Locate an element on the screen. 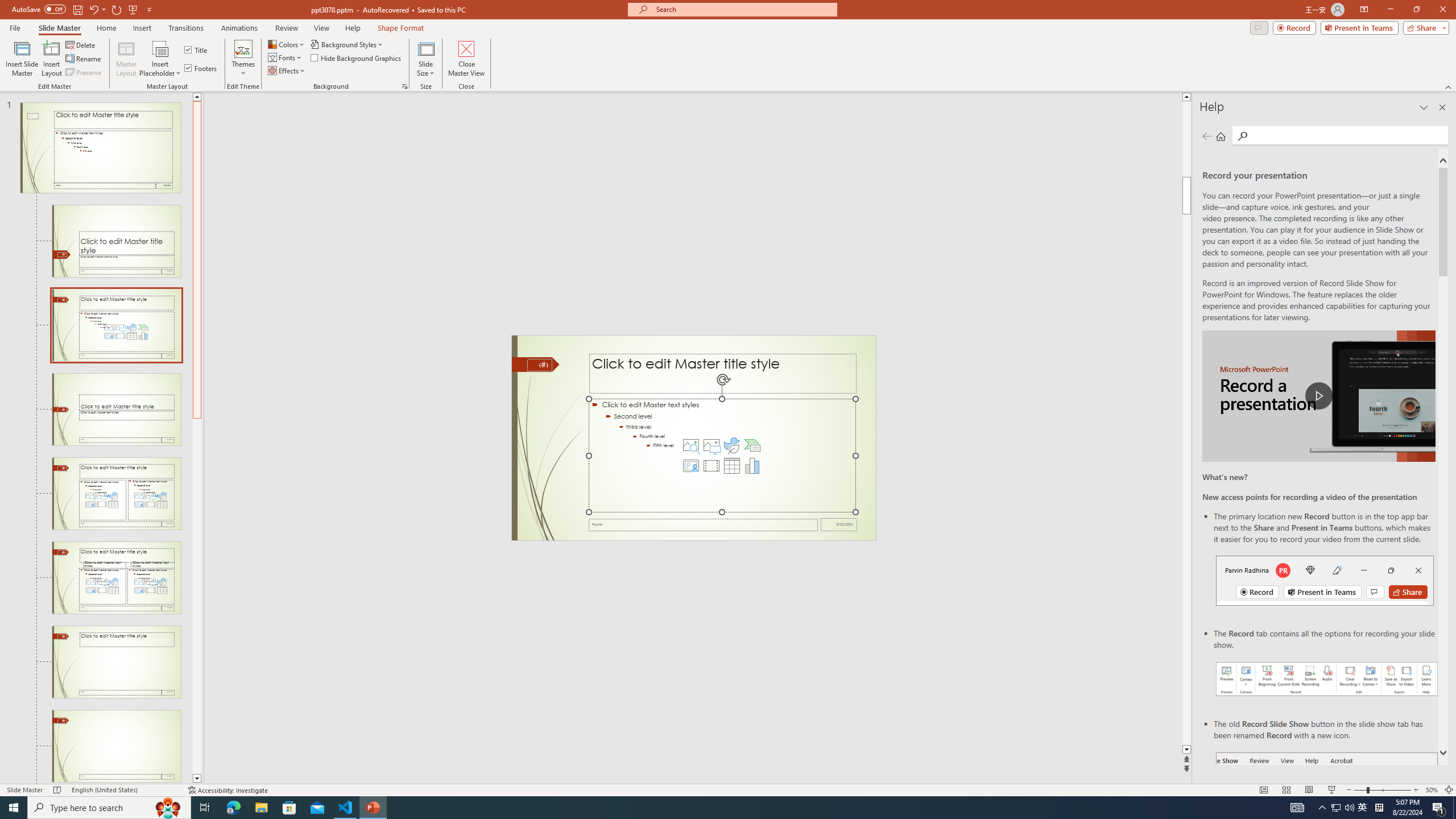 This screenshot has width=1456, height=819. 'Freeform 11' is located at coordinates (535, 363).